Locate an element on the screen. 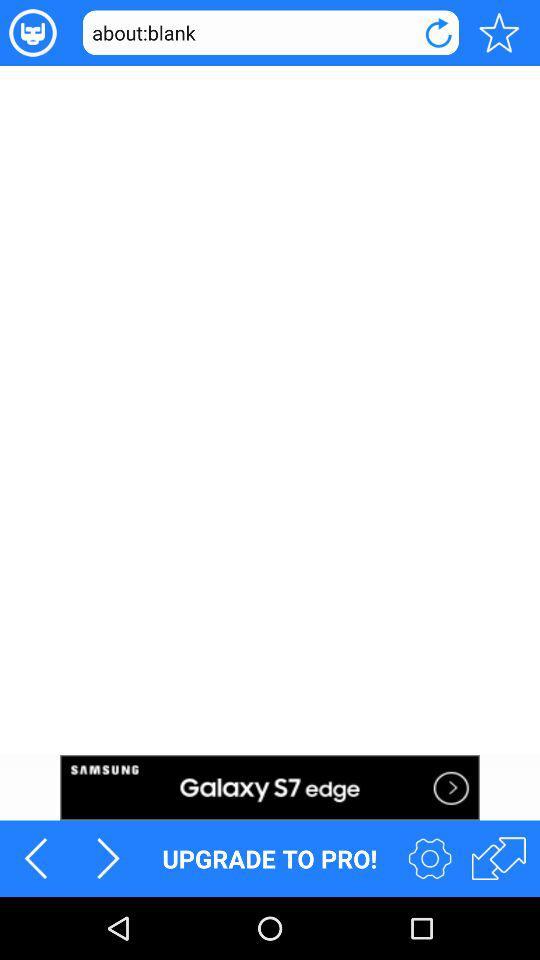 Image resolution: width=540 pixels, height=960 pixels. the arrow_backward icon is located at coordinates (36, 918).